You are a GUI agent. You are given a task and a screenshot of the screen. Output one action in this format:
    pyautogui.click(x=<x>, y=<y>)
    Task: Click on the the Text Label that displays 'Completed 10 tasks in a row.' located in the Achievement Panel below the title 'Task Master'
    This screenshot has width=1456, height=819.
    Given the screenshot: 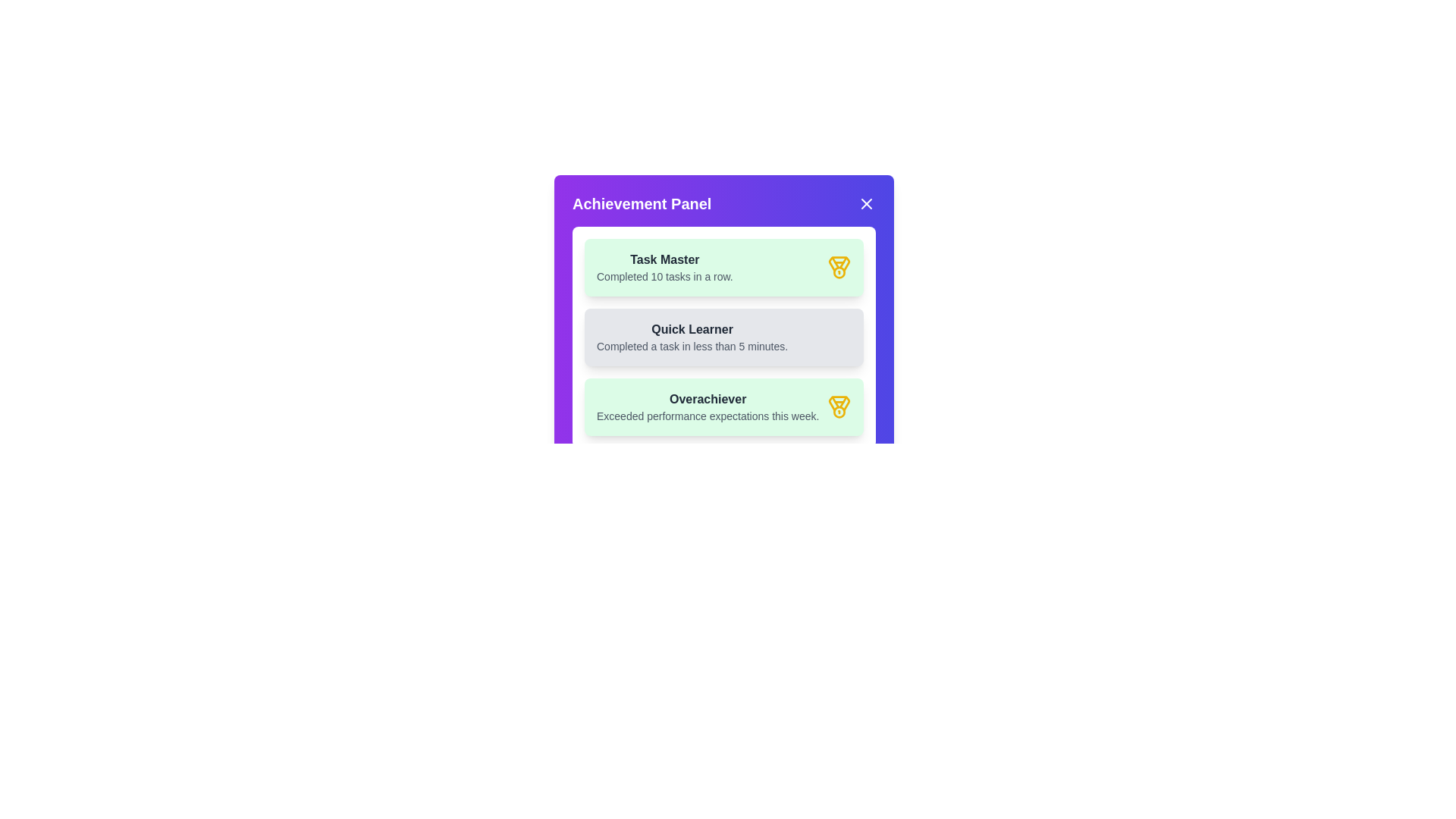 What is the action you would take?
    pyautogui.click(x=664, y=277)
    